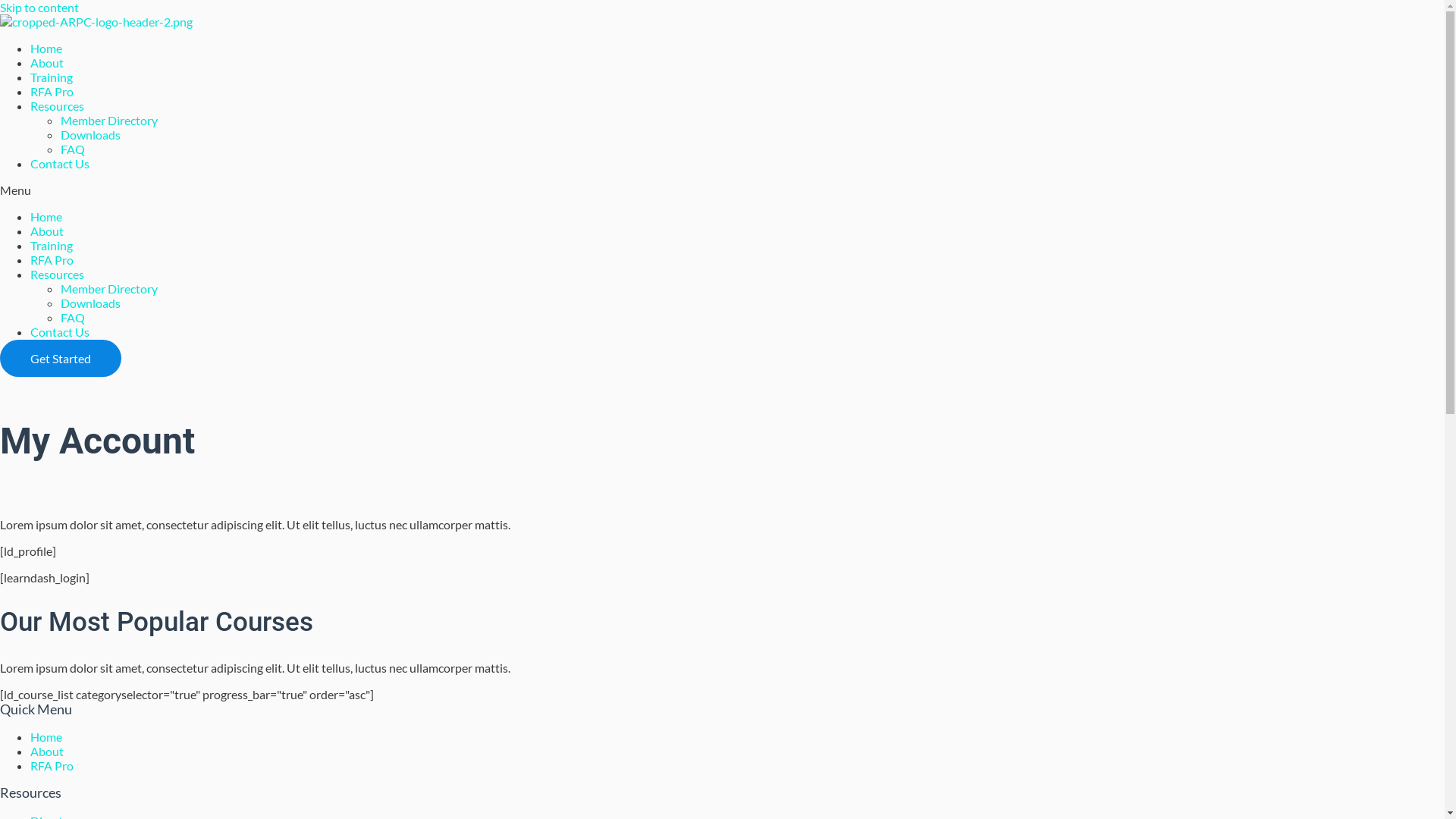  I want to click on 'About', so click(47, 231).